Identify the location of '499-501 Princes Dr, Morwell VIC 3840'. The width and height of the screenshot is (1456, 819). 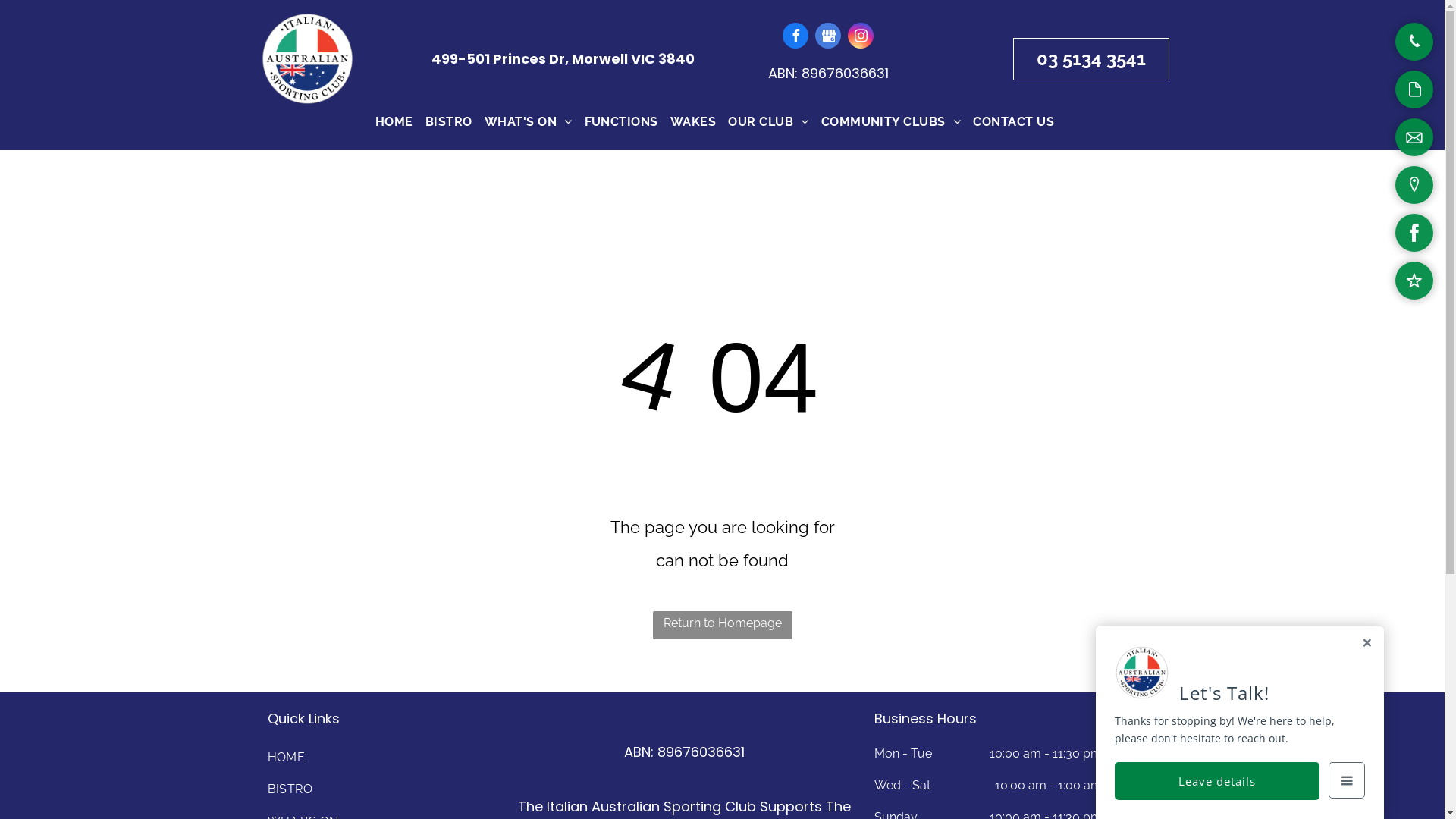
(562, 58).